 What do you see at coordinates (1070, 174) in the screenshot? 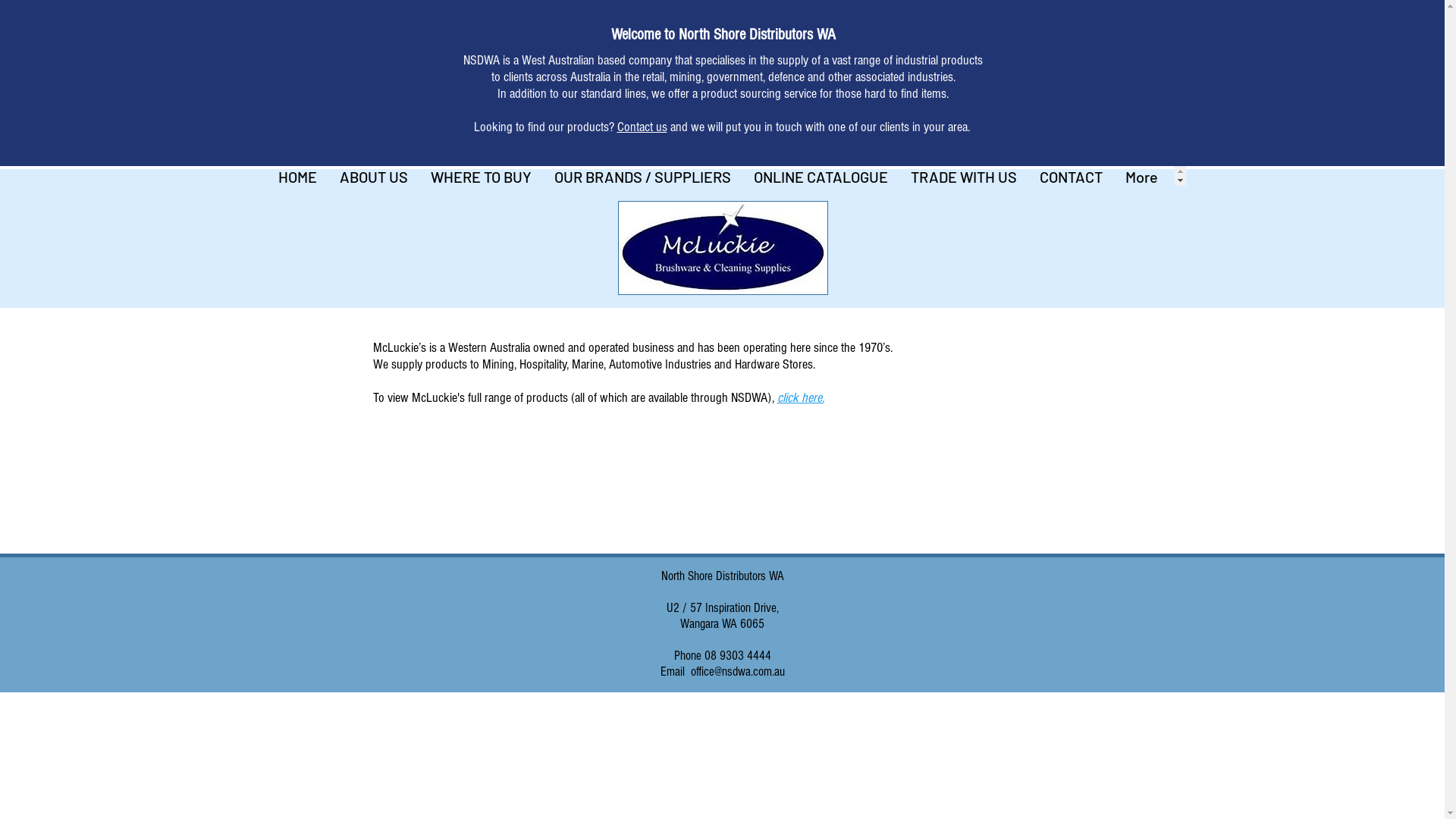
I see `'CONTACT'` at bounding box center [1070, 174].